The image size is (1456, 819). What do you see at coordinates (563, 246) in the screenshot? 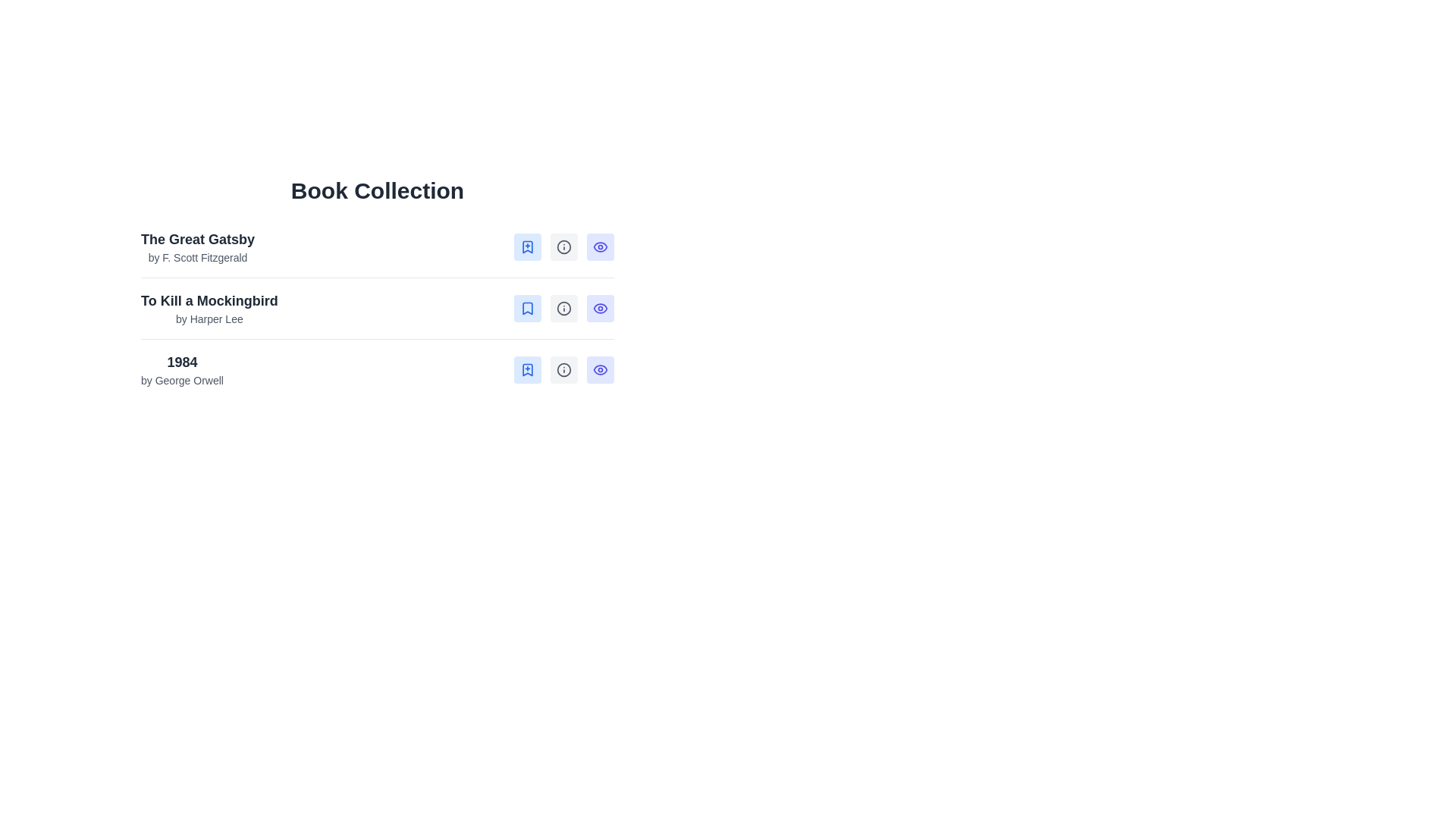
I see `the information icon button located as the second icon in the row of interactive icons to the right of the first listed book, 'The Great Gatsby', in the 'Book Collection' section` at bounding box center [563, 246].